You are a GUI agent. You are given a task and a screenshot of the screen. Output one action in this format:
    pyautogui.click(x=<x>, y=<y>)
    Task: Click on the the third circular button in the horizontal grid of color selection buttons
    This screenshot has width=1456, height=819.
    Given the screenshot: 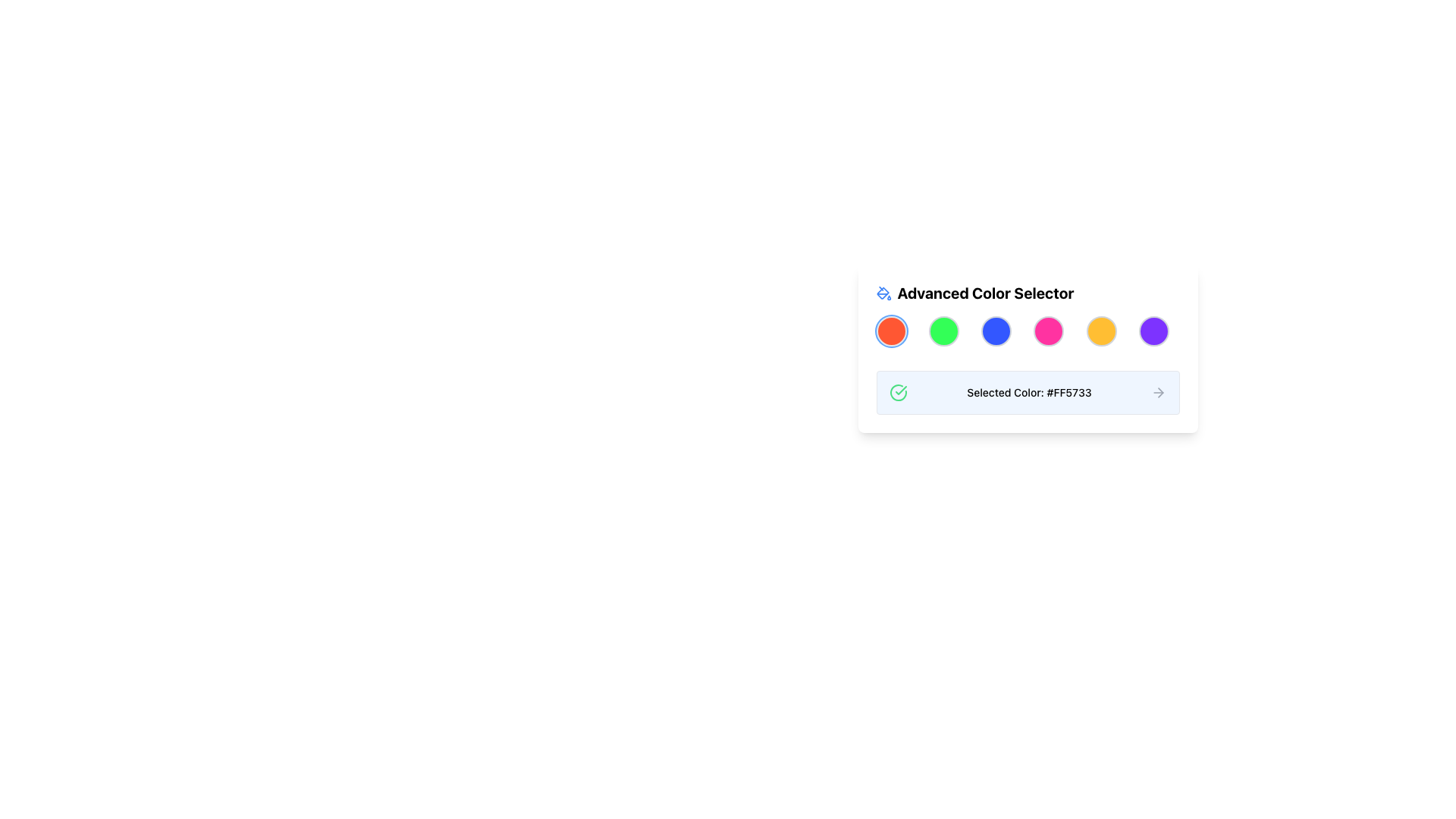 What is the action you would take?
    pyautogui.click(x=996, y=330)
    